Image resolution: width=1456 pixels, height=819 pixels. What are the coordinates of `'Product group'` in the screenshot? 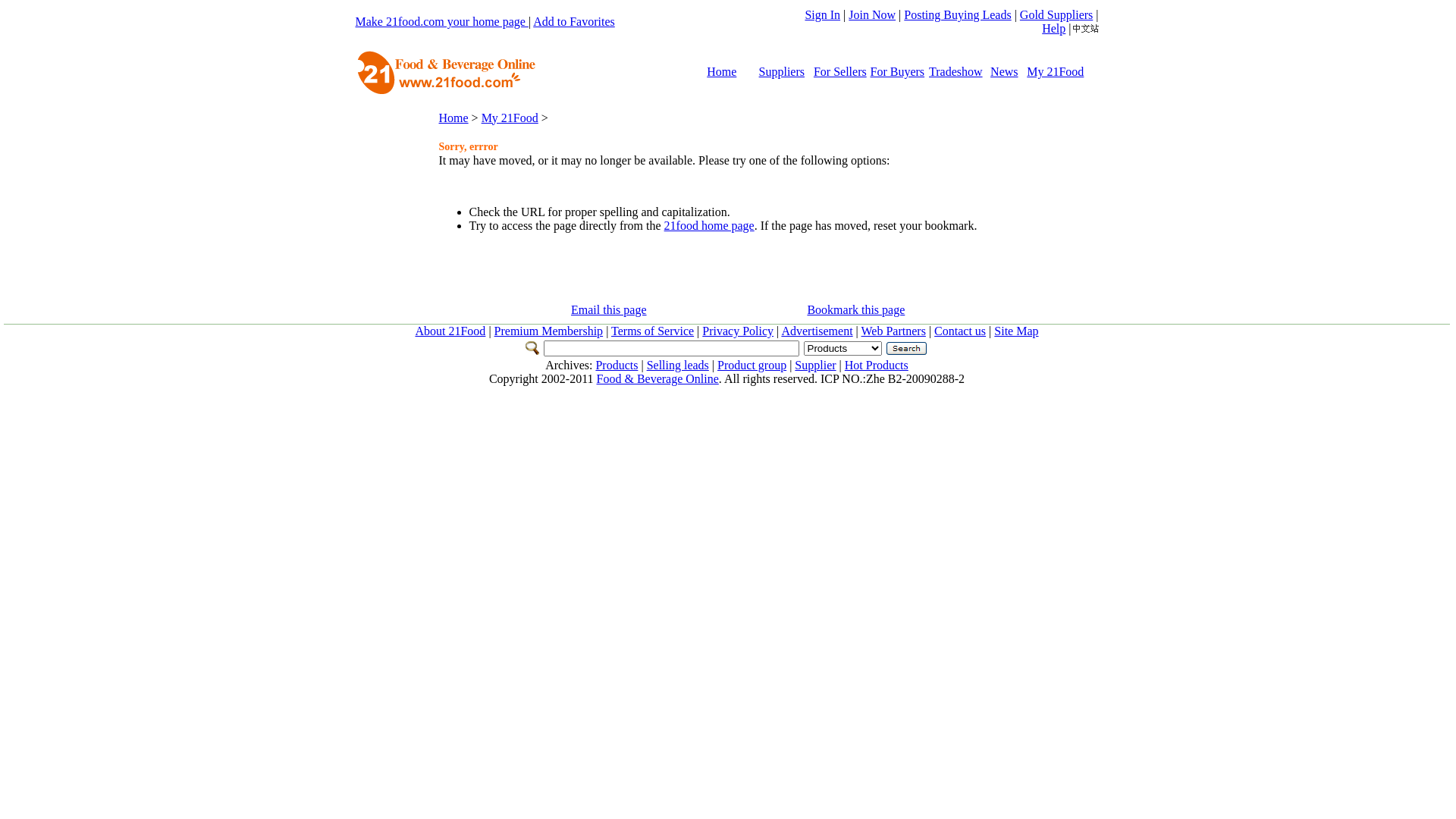 It's located at (752, 365).